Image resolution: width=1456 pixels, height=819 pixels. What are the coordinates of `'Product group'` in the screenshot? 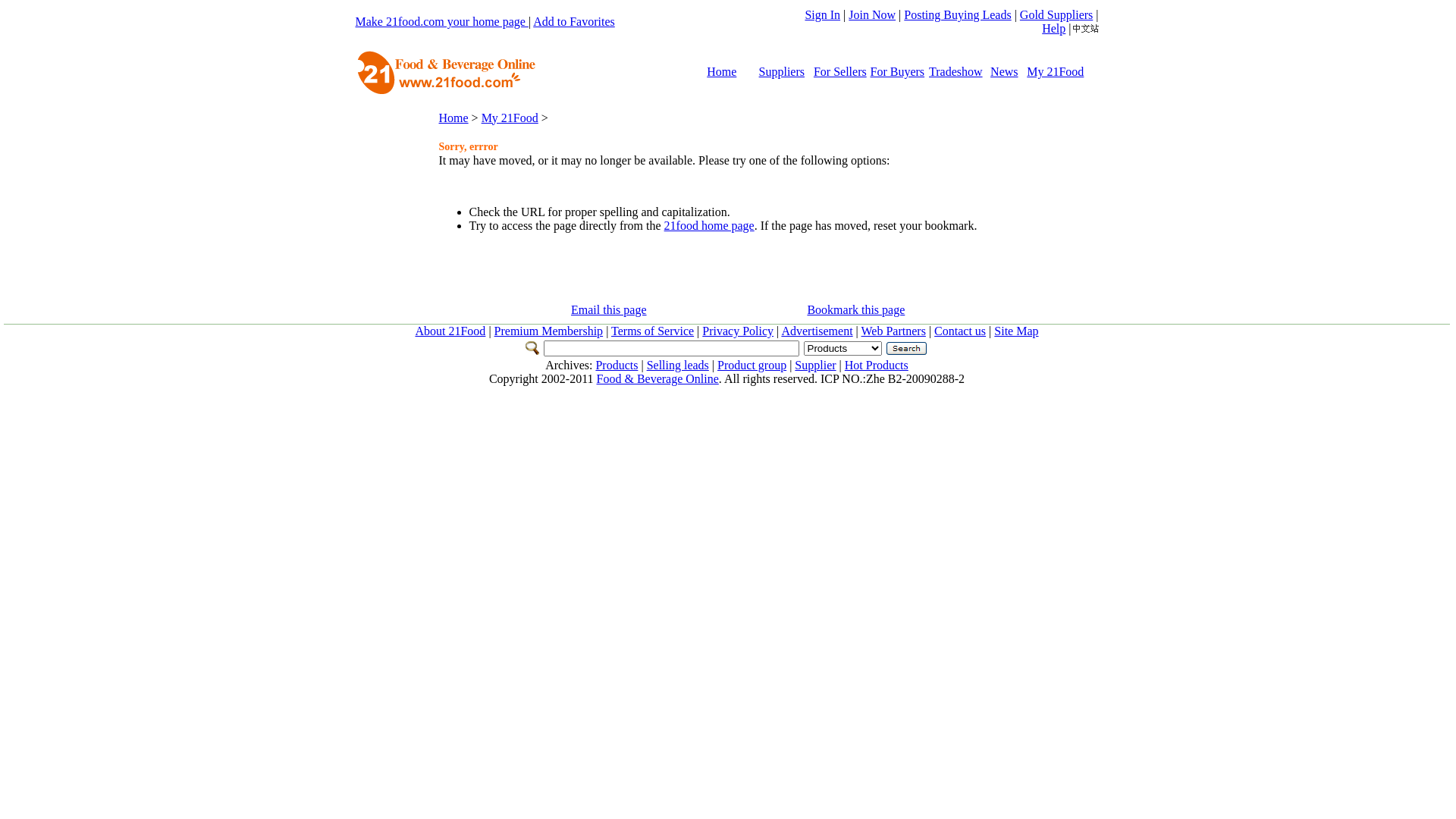 It's located at (752, 365).